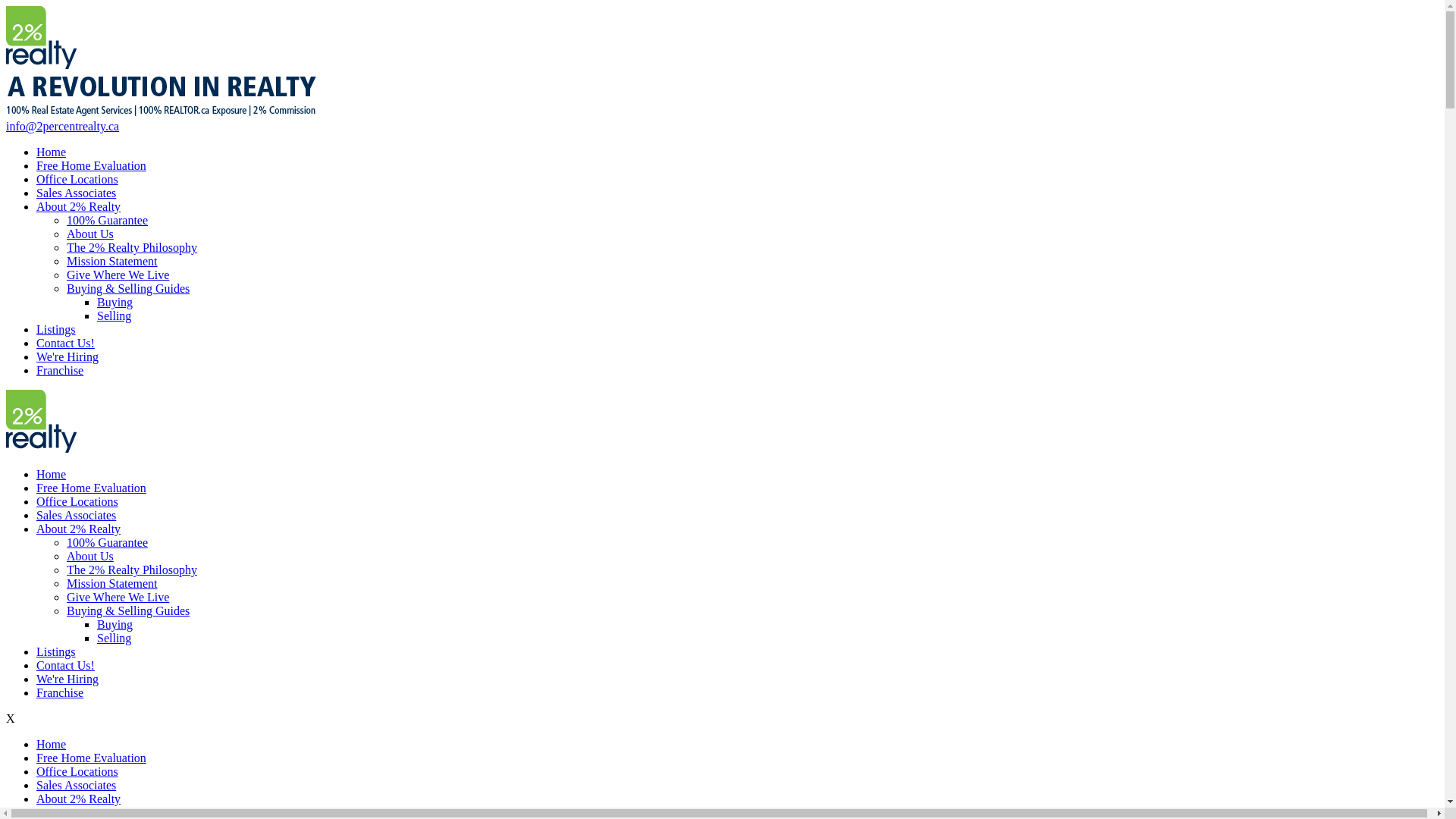  What do you see at coordinates (64, 664) in the screenshot?
I see `'Contact Us!'` at bounding box center [64, 664].